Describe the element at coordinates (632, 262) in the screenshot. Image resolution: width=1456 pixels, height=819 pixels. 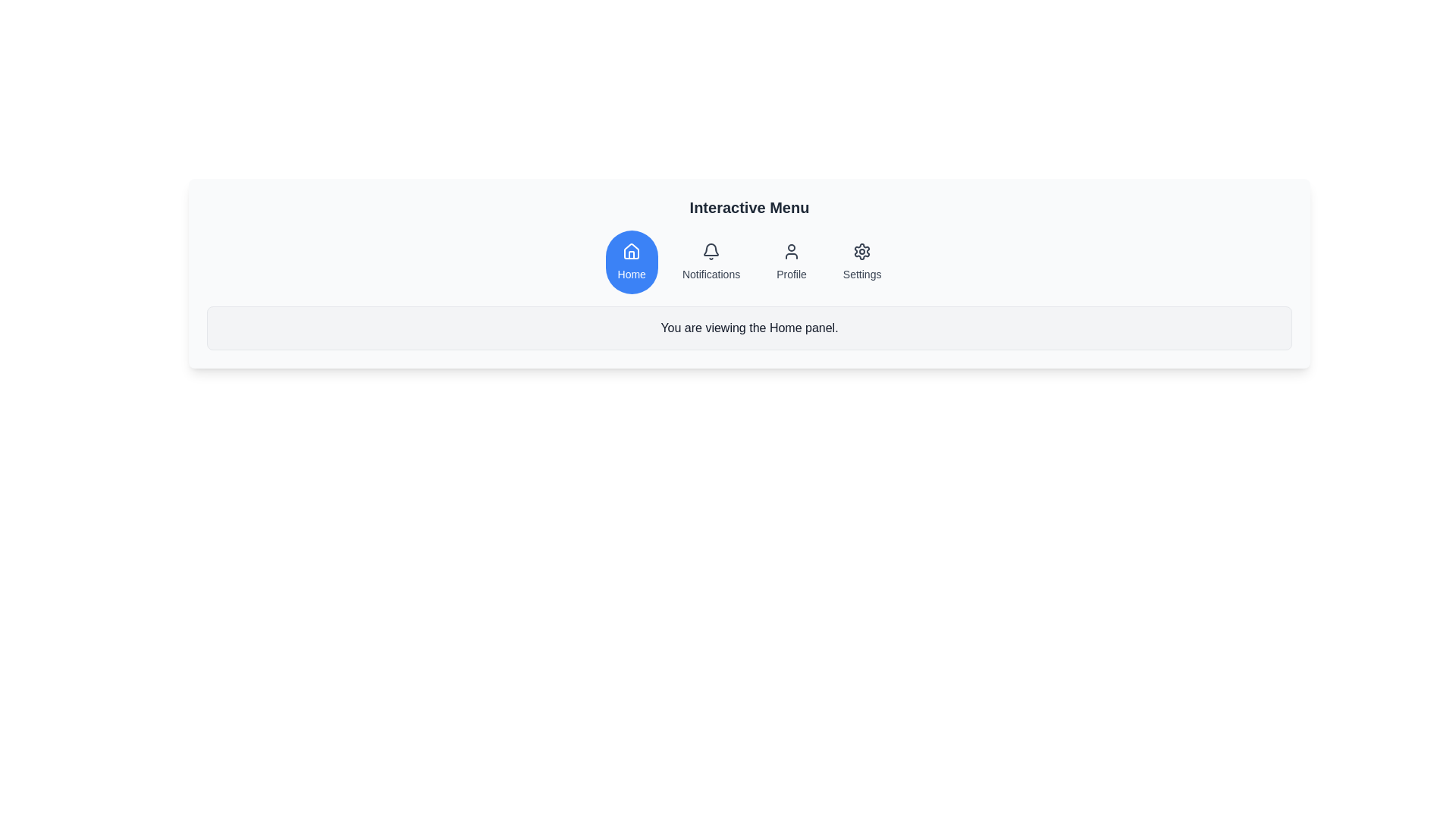
I see `the leftmost navigation button` at that location.